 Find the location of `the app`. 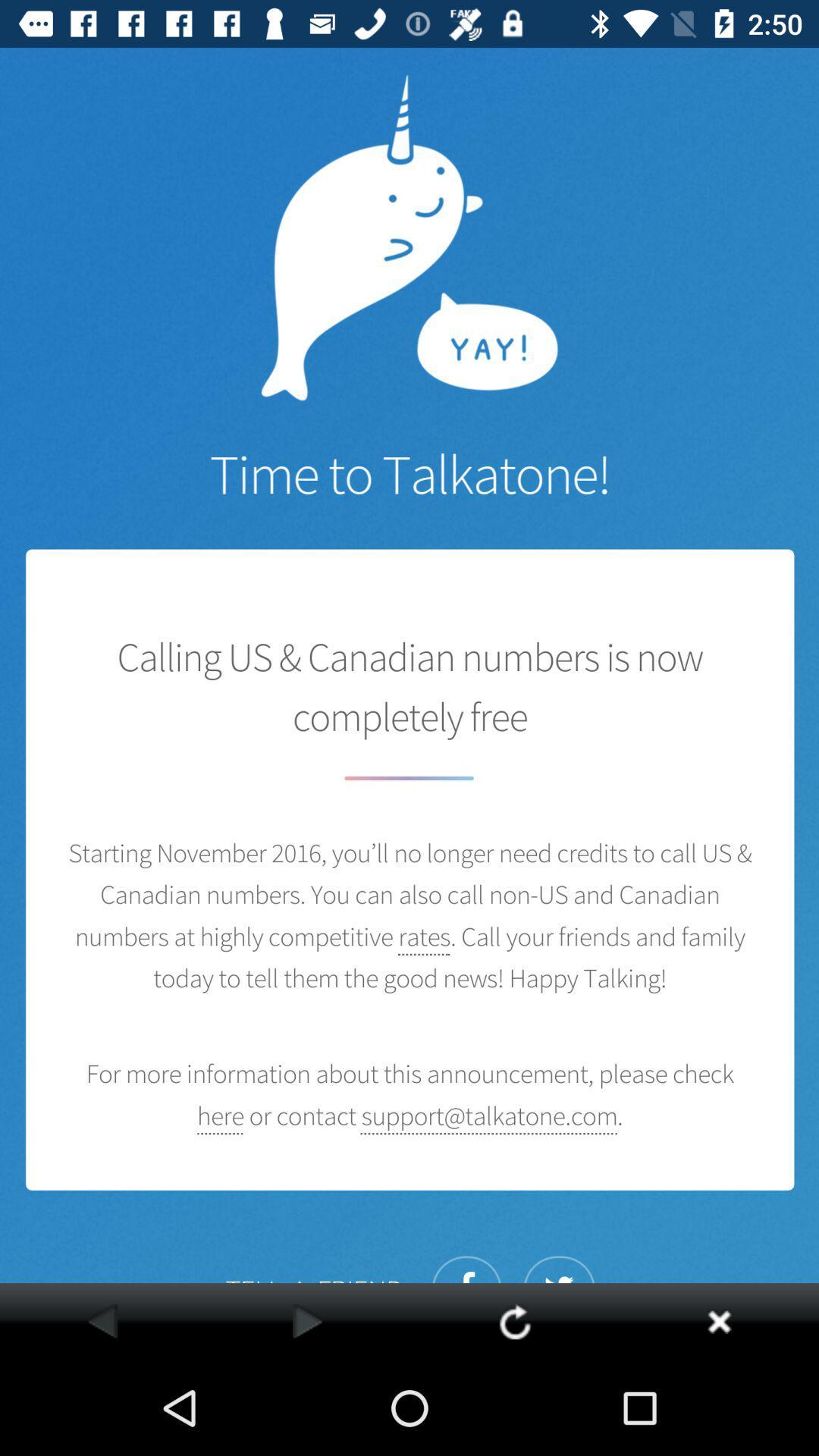

the app is located at coordinates (718, 1320).